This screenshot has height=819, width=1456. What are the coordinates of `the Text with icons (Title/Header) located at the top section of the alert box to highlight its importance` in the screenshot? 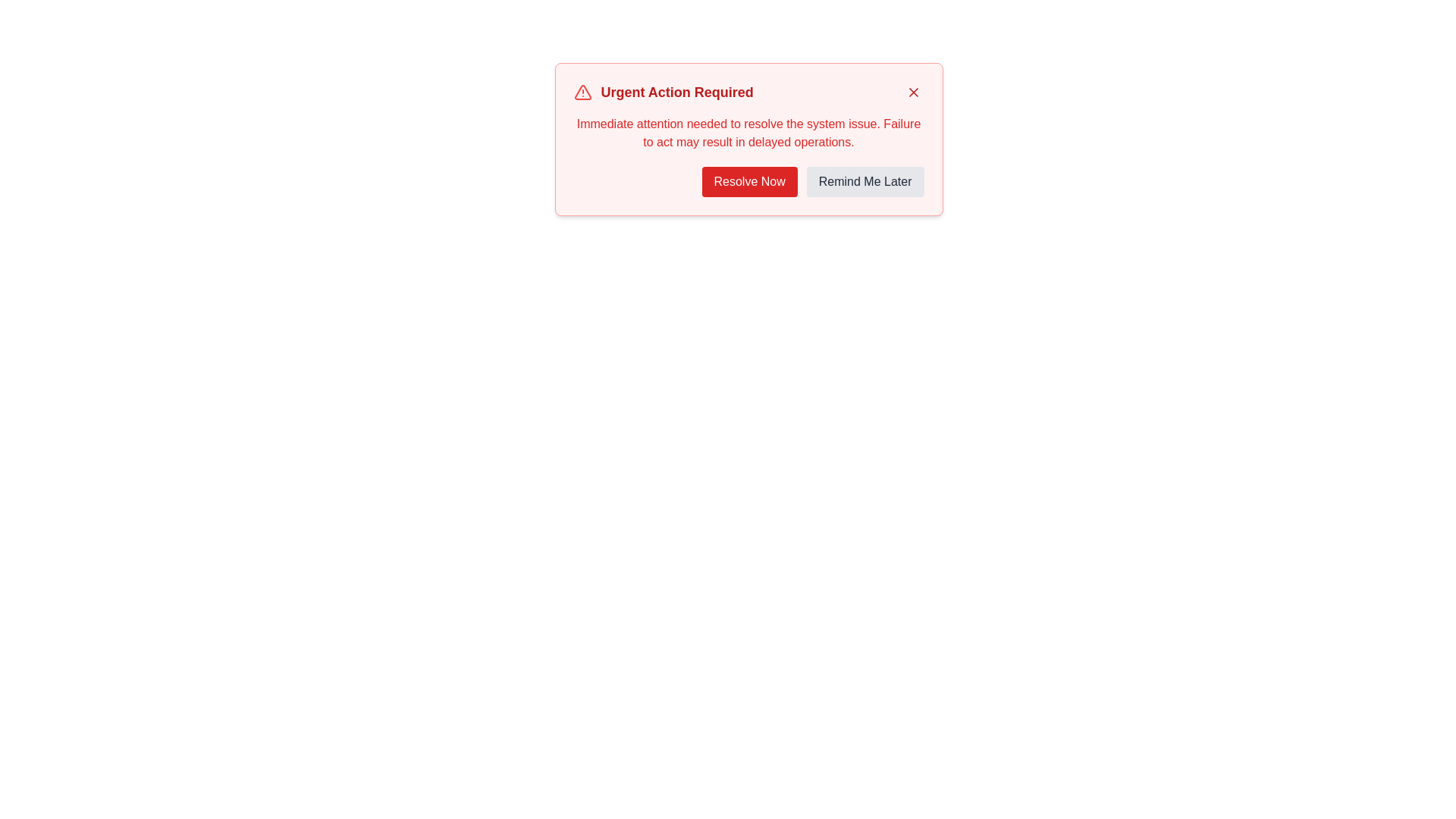 It's located at (748, 93).